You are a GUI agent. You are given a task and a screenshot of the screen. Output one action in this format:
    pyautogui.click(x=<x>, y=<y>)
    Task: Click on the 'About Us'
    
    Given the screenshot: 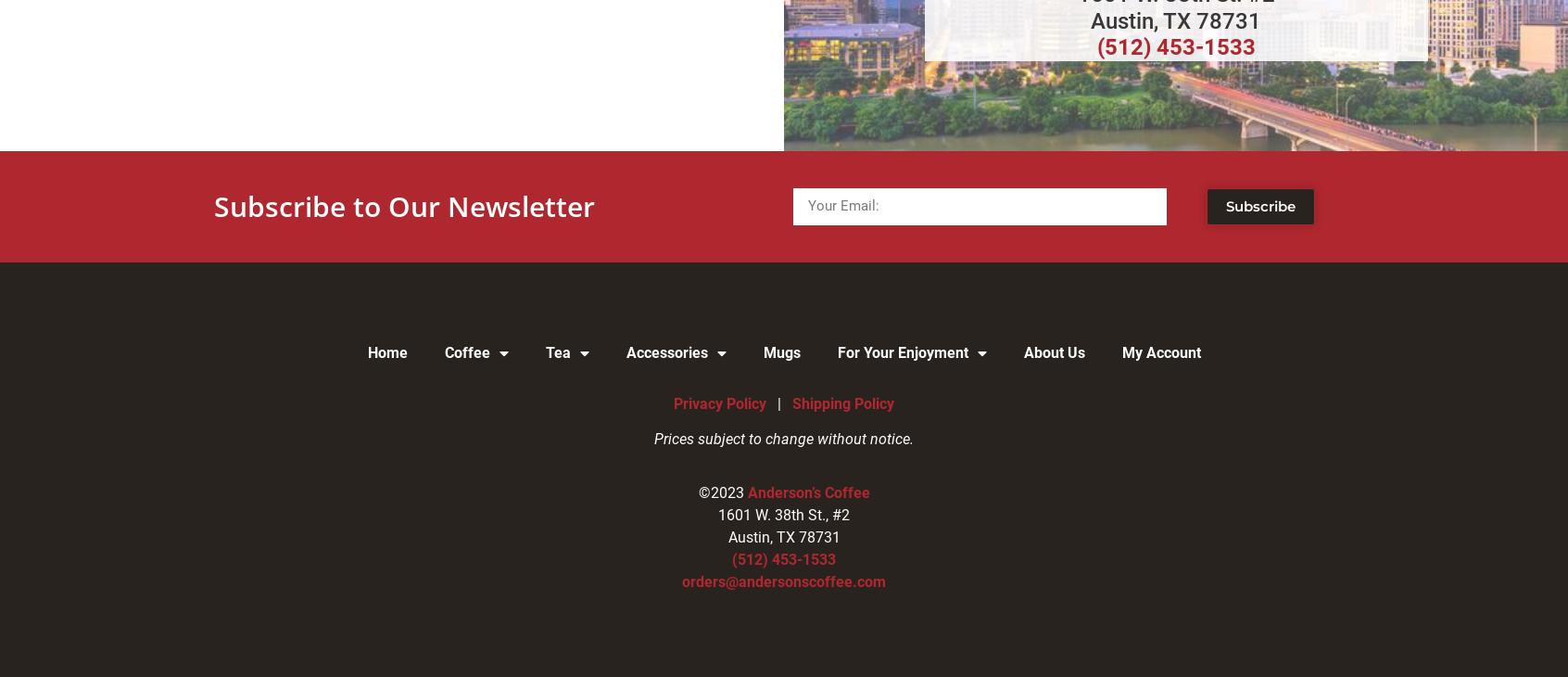 What is the action you would take?
    pyautogui.click(x=1053, y=351)
    